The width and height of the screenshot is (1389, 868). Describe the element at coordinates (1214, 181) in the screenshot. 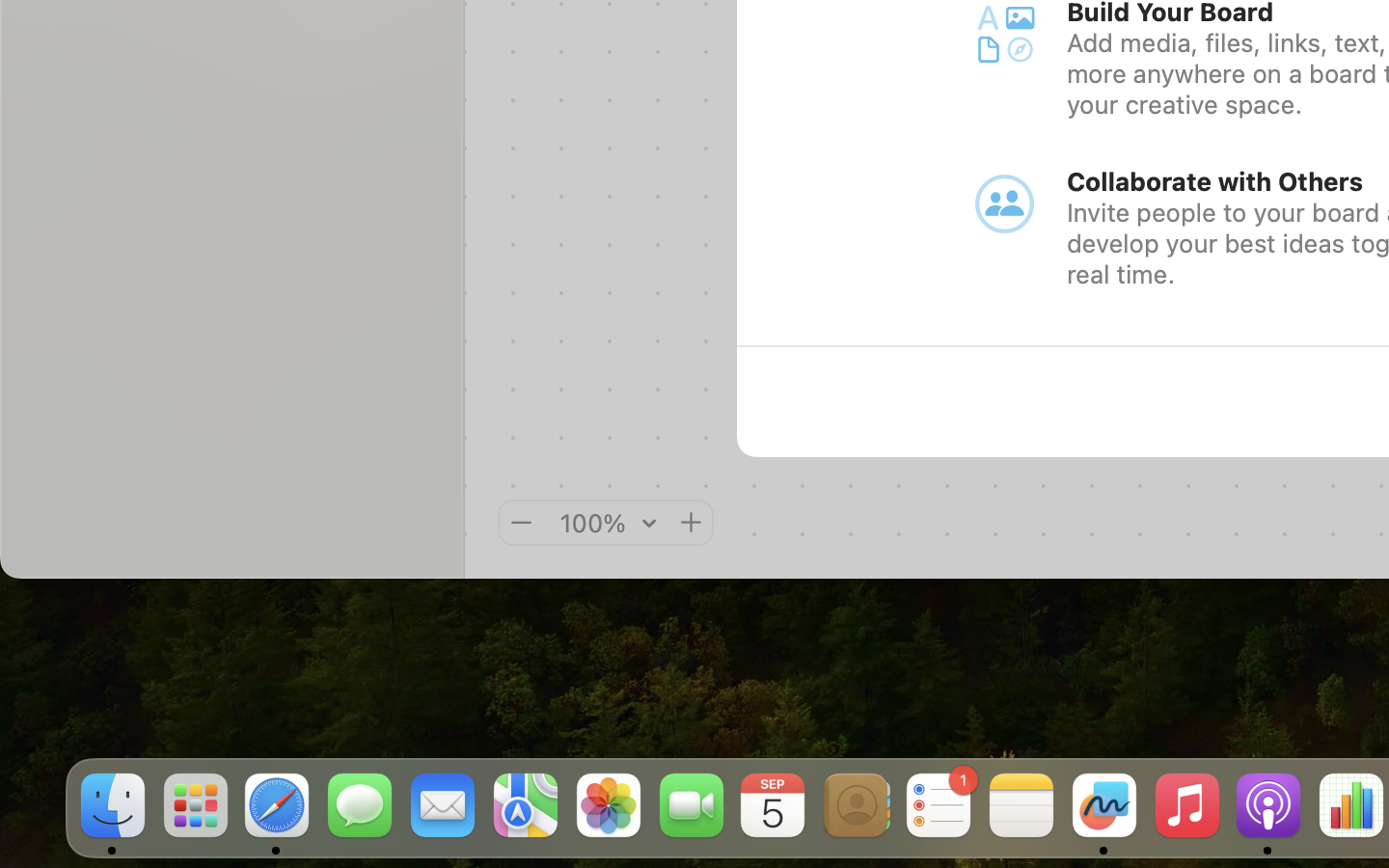

I see `'Collaborate with Others'` at that location.